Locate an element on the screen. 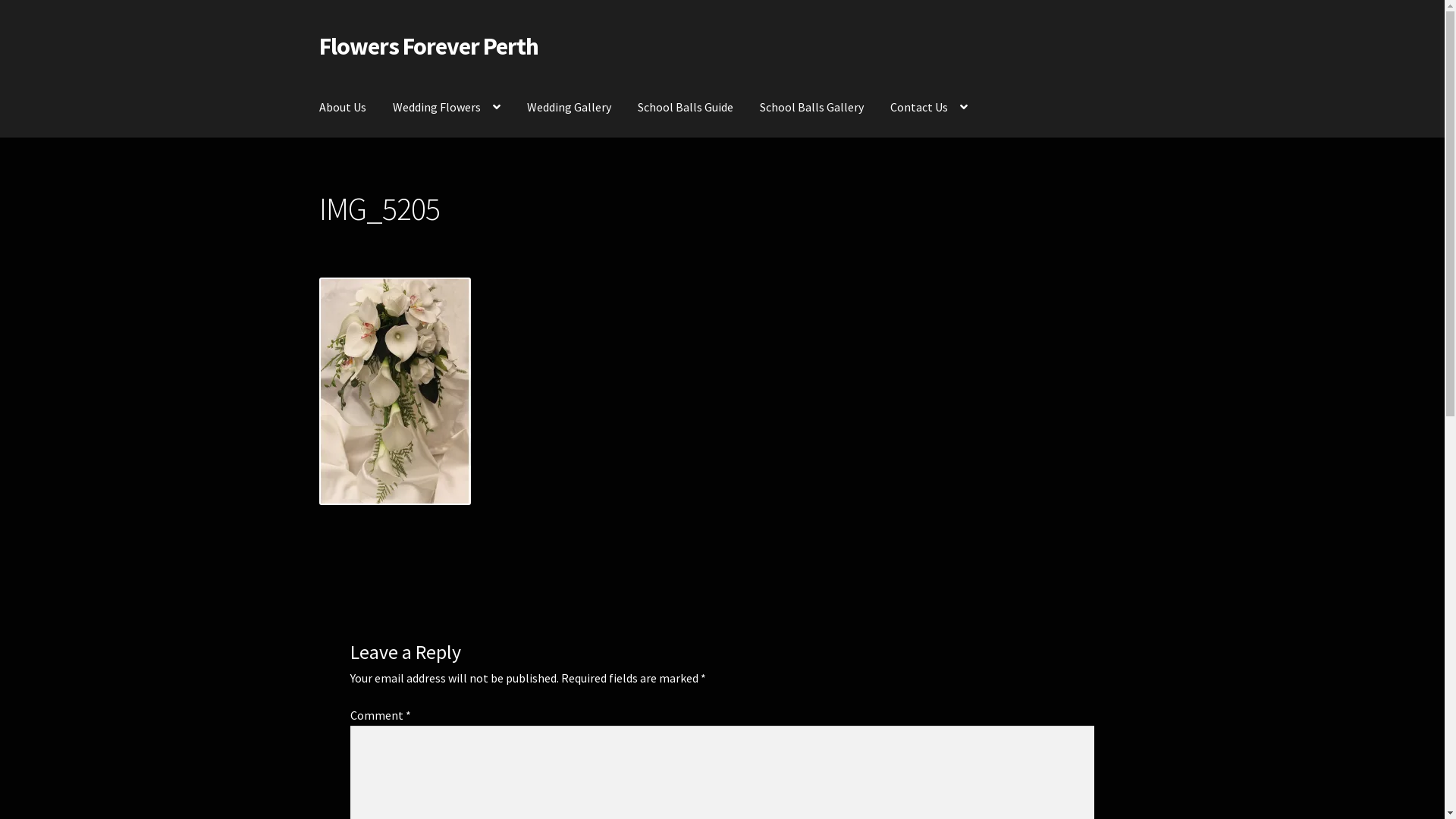 The width and height of the screenshot is (1456, 819). 'About Us' is located at coordinates (341, 107).